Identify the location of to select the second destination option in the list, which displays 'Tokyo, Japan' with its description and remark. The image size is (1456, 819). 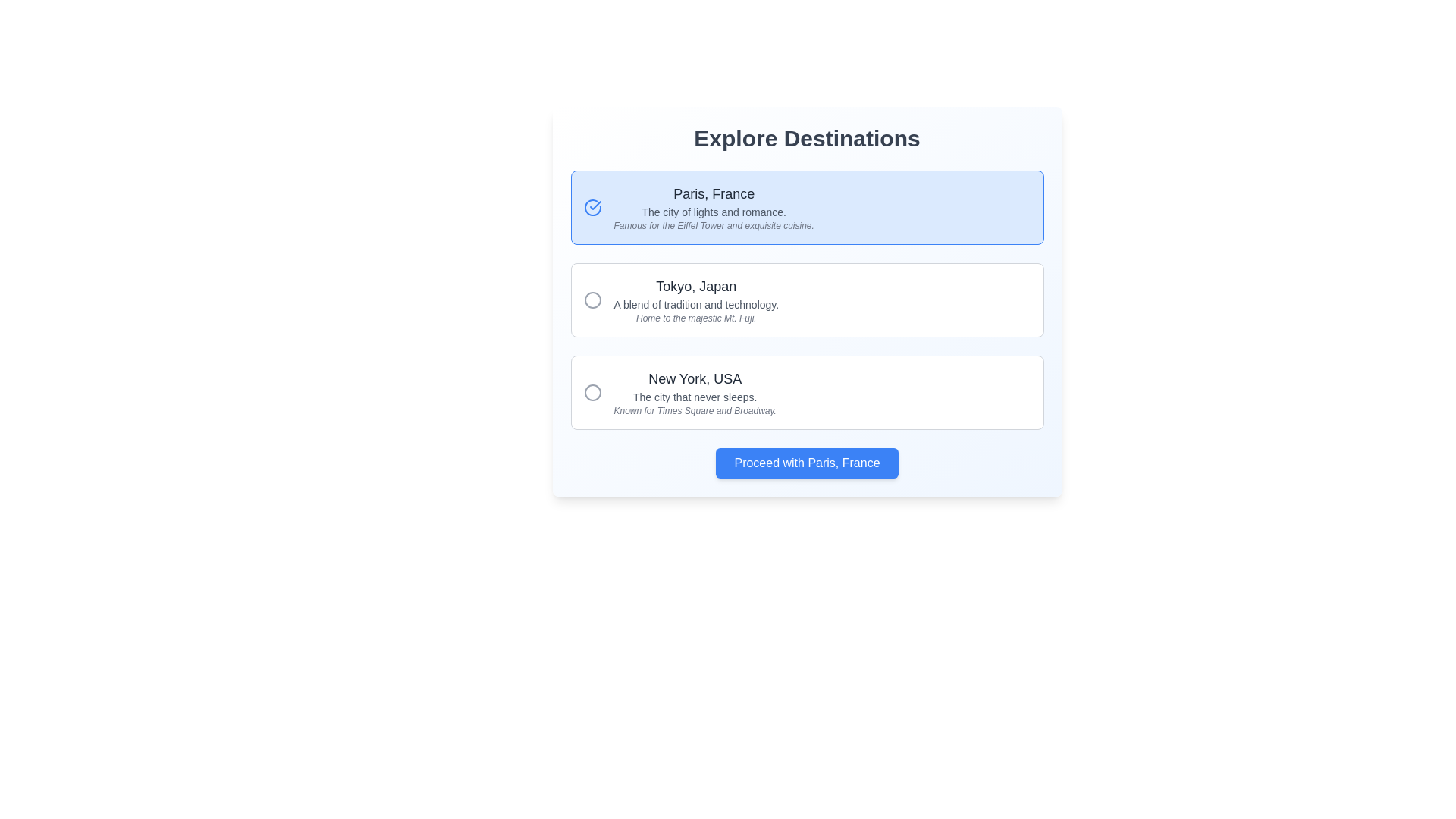
(806, 301).